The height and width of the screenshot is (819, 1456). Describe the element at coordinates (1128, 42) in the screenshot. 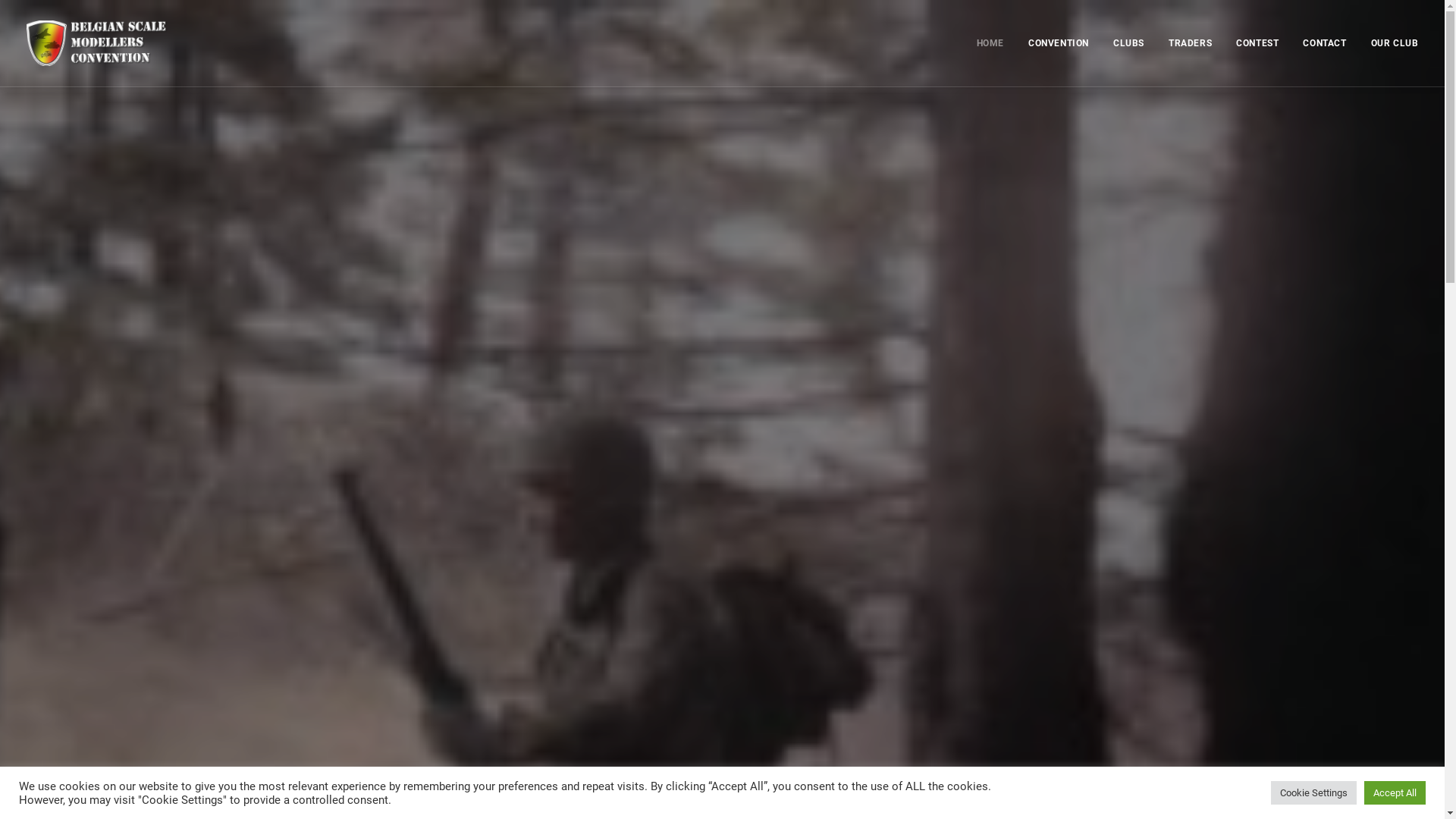

I see `'CLUBS'` at that location.